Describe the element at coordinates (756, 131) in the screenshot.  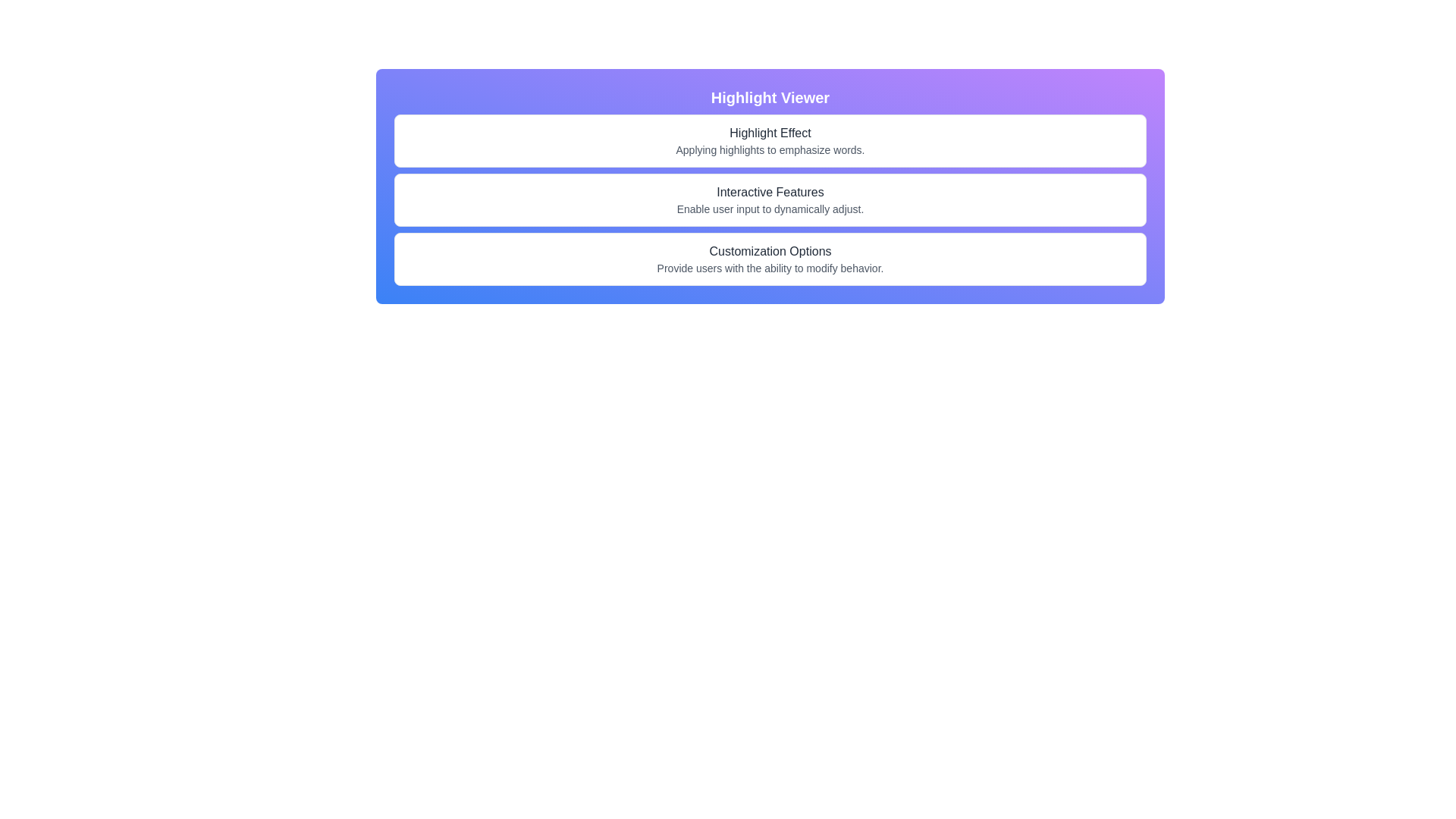
I see `the glyph 'l' in the text 'Highlight Effect', which is styled in a medium font weight and gray color, located under the header 'Highlight Viewer'` at that location.